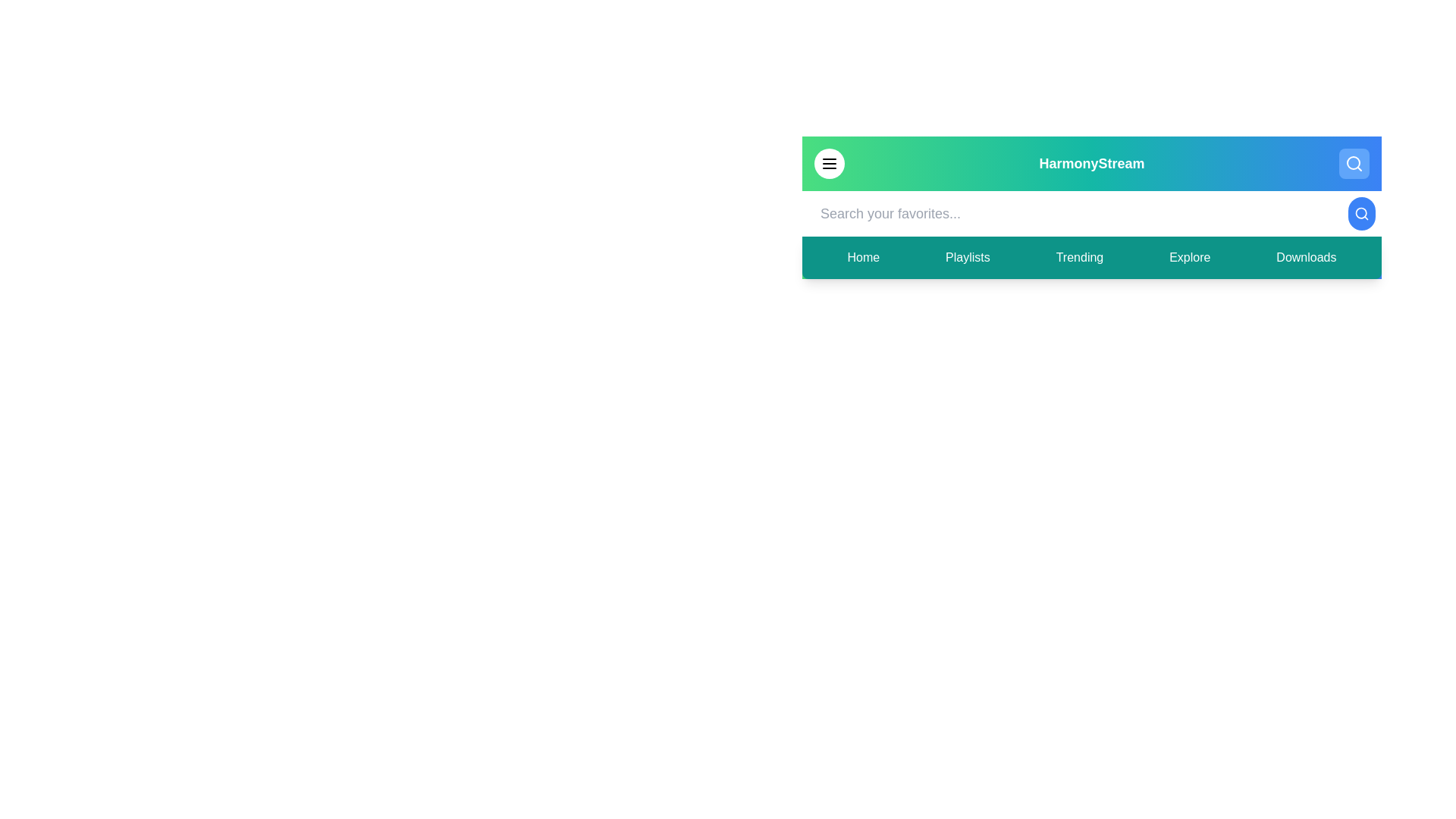 This screenshot has height=819, width=1456. I want to click on the navigation item labeled 'Playlists' to view its hover effect, so click(967, 256).